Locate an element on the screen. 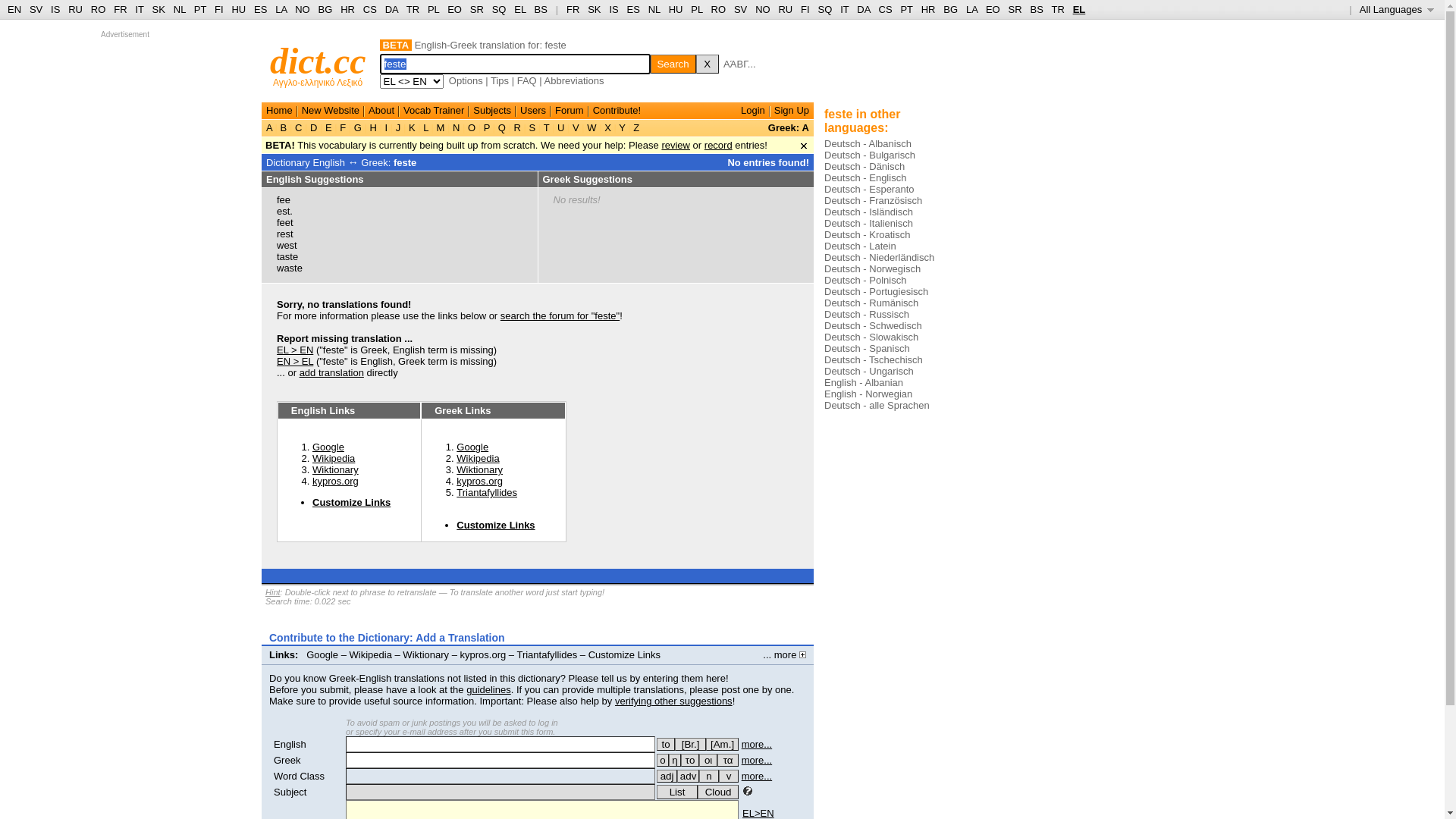  'BS' is located at coordinates (541, 9).